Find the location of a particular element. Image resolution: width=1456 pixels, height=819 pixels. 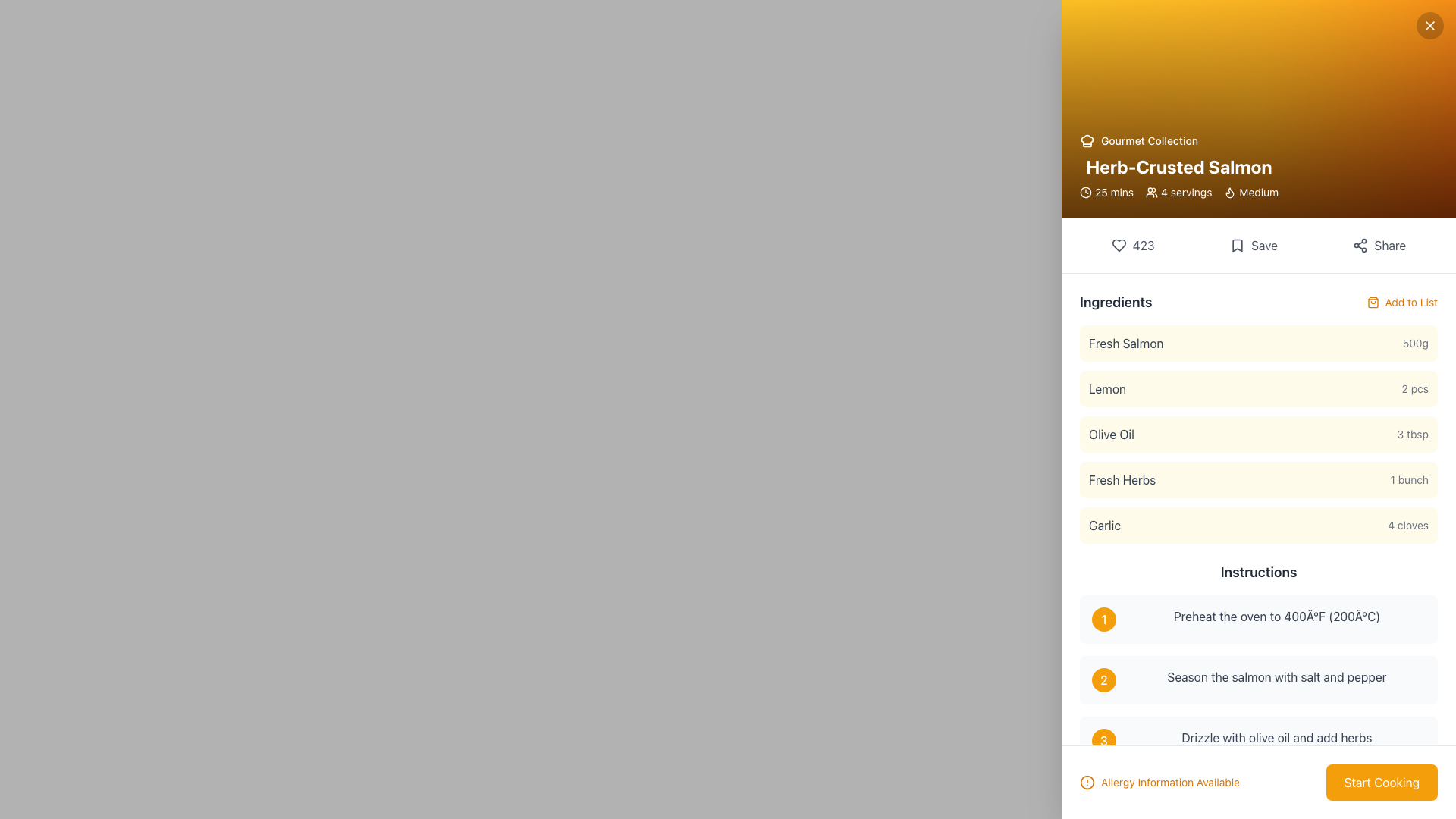

the static list item displaying 'Fresh Herbs' with the quantity '1 bunch' in the recipe interface is located at coordinates (1259, 479).